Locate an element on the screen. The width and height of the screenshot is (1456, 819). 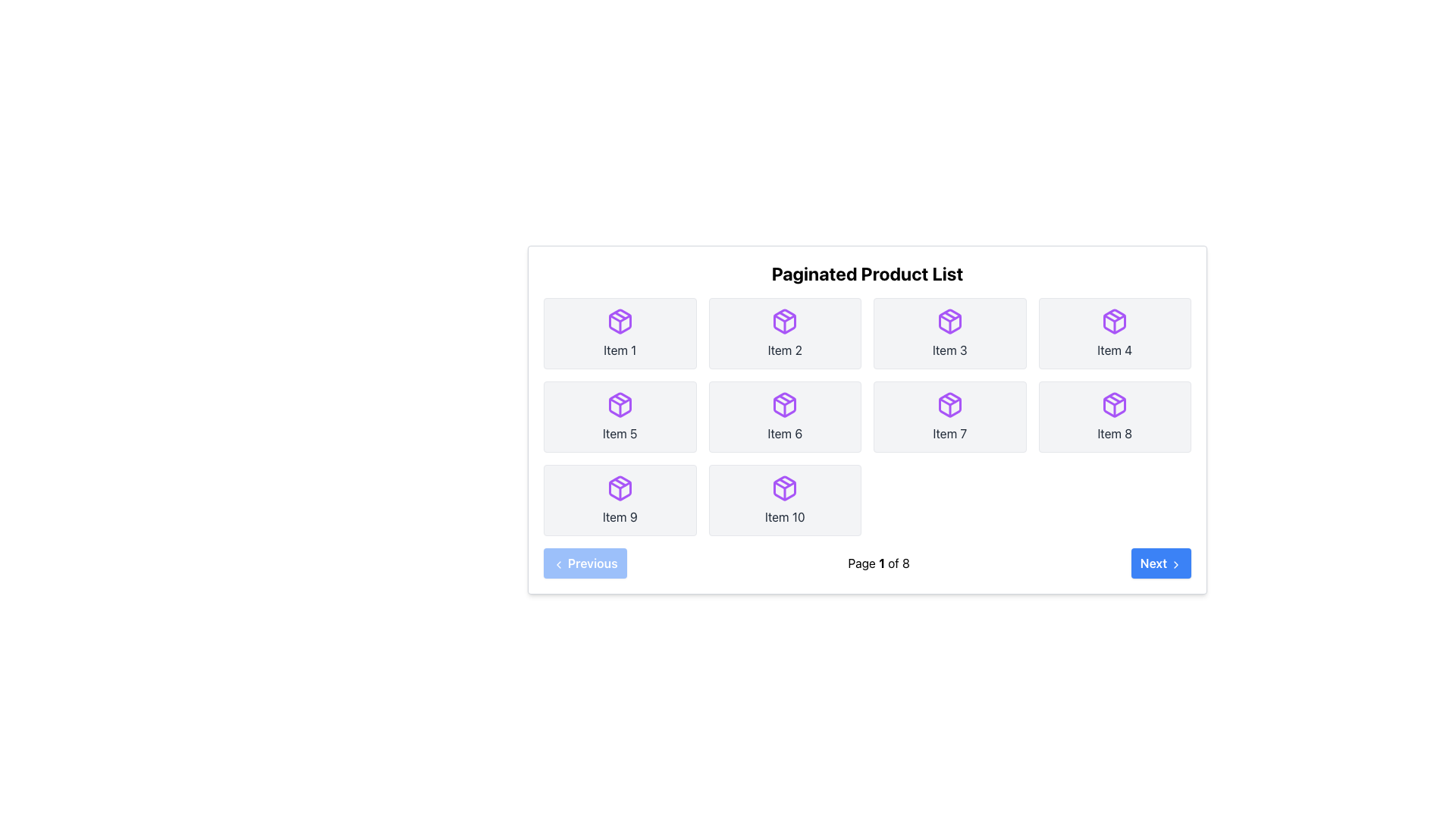
the static icon representing the first product in the paginated product list, located at the top-left corner of the grid above the text label 'Item 1' is located at coordinates (620, 321).